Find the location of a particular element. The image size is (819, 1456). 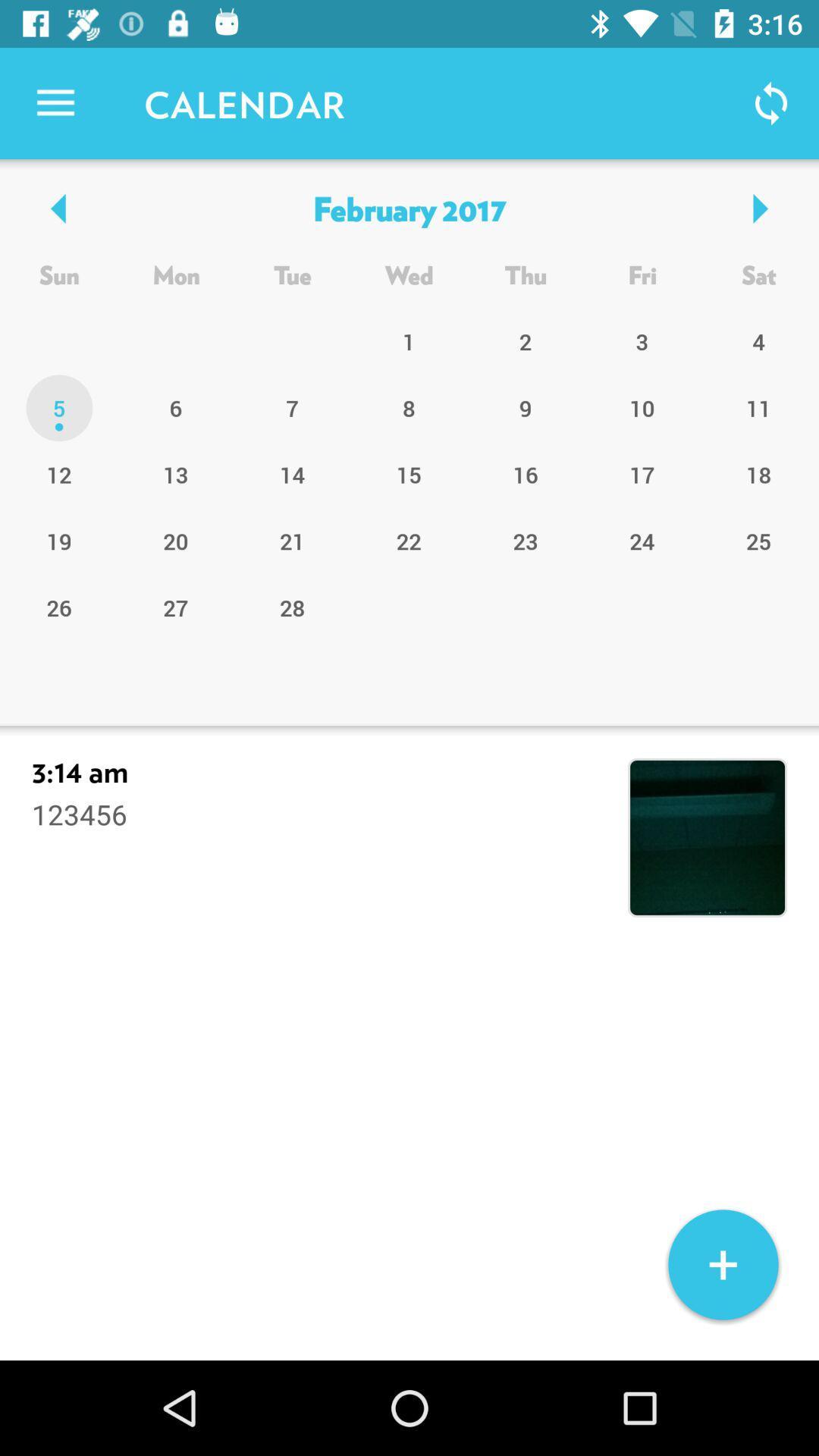

the item to the left of 20 item is located at coordinates (58, 607).